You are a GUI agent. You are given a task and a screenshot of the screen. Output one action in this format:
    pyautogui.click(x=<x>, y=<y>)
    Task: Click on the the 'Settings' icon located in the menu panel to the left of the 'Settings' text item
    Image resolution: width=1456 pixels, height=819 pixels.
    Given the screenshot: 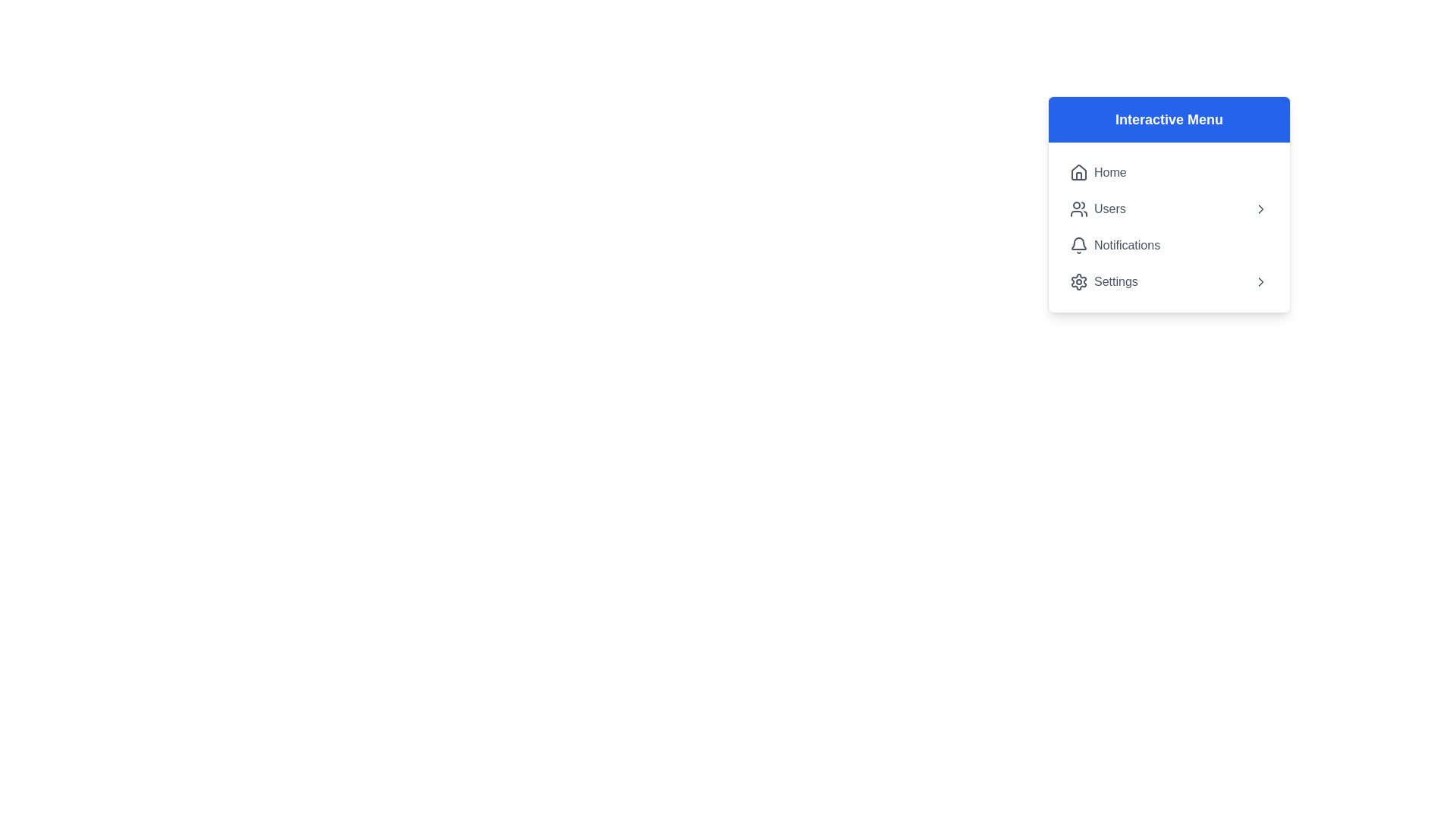 What is the action you would take?
    pyautogui.click(x=1078, y=281)
    